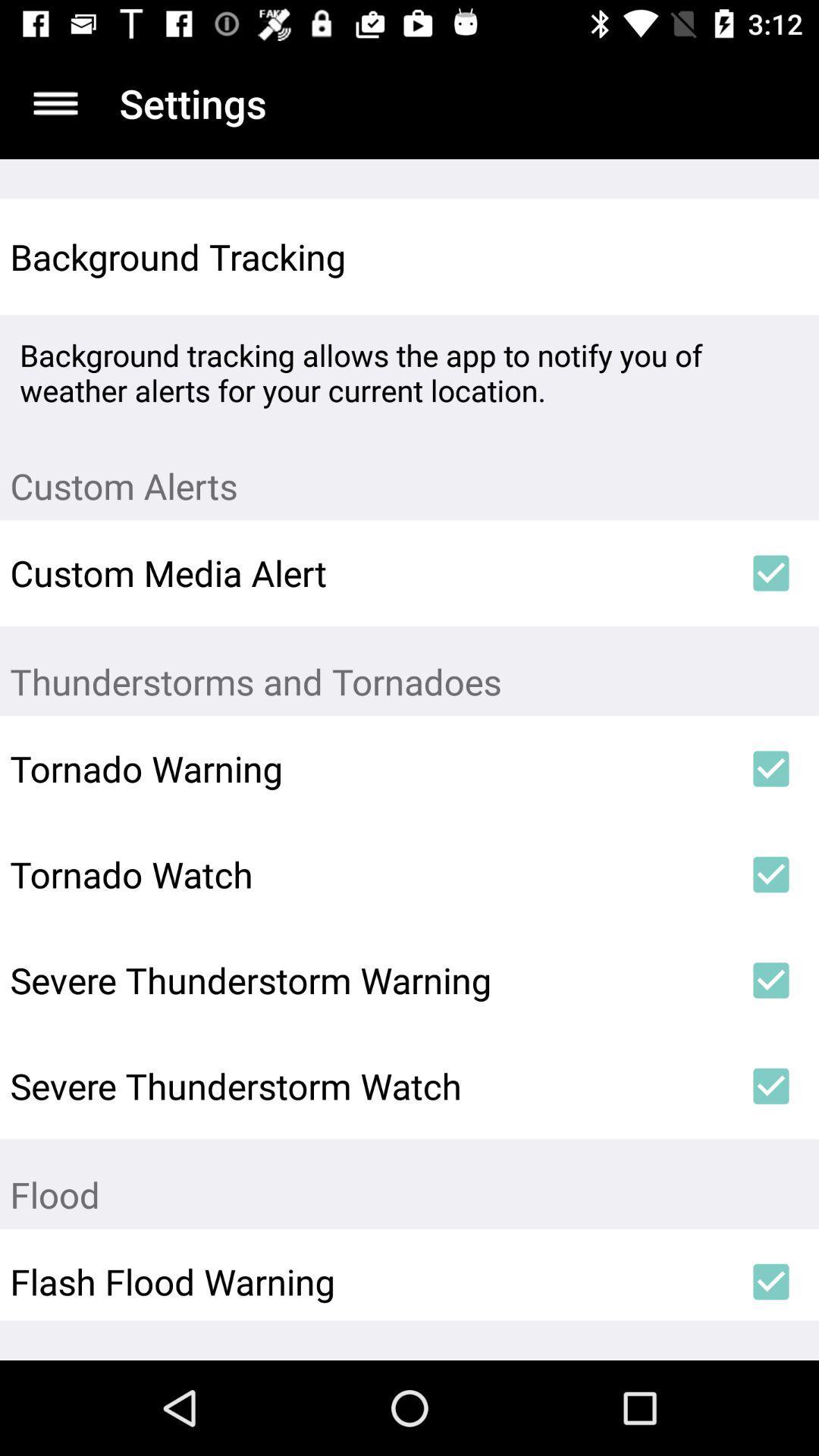 This screenshot has width=819, height=1456. What do you see at coordinates (771, 1281) in the screenshot?
I see `icon to the right of flash flood warning item` at bounding box center [771, 1281].